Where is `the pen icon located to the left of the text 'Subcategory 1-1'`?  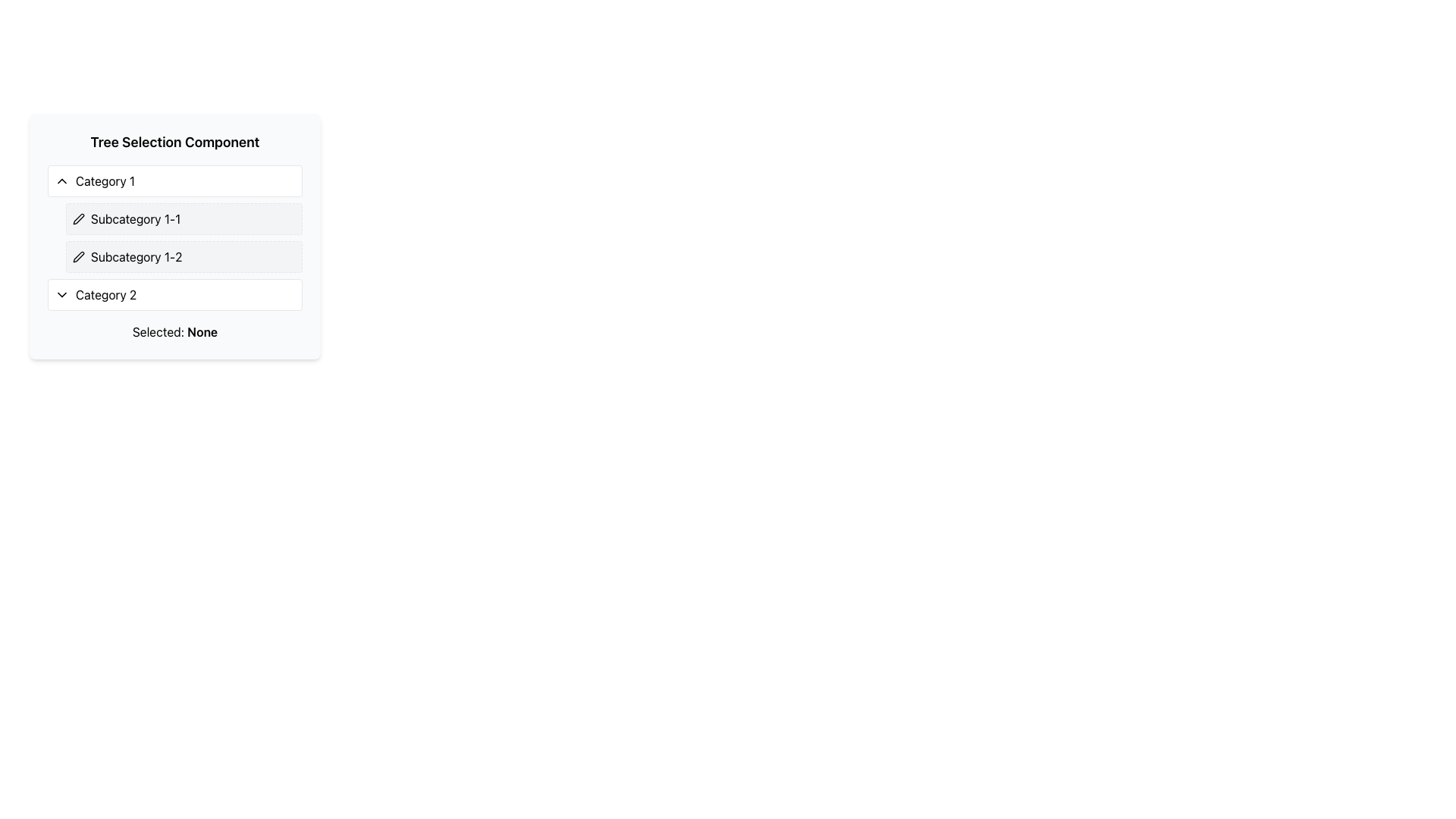
the pen icon located to the left of the text 'Subcategory 1-1' is located at coordinates (78, 219).